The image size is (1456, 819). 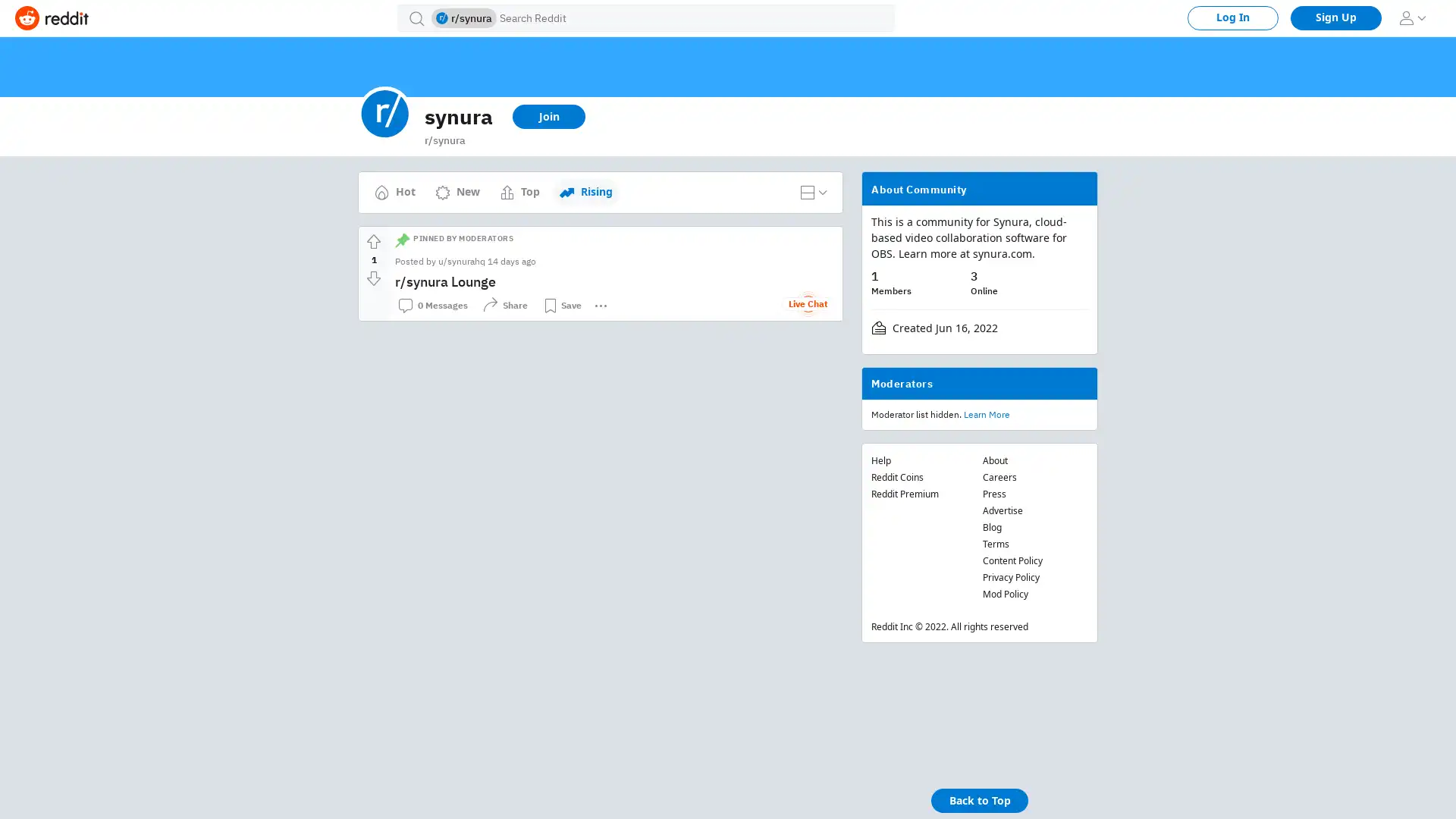 I want to click on Hot, so click(x=395, y=192).